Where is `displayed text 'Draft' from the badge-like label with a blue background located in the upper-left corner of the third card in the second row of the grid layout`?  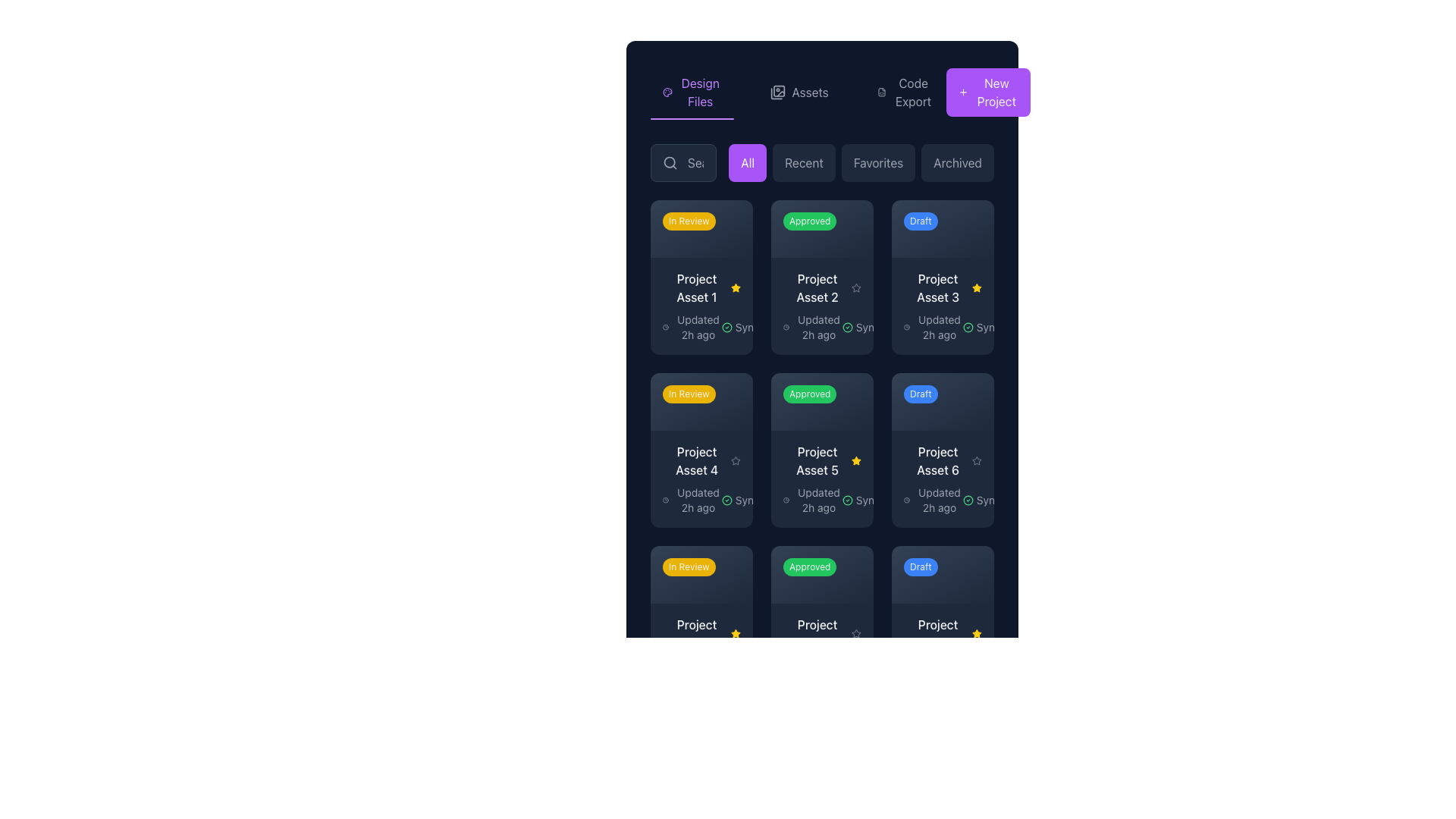 displayed text 'Draft' from the badge-like label with a blue background located in the upper-left corner of the third card in the second row of the grid layout is located at coordinates (920, 393).